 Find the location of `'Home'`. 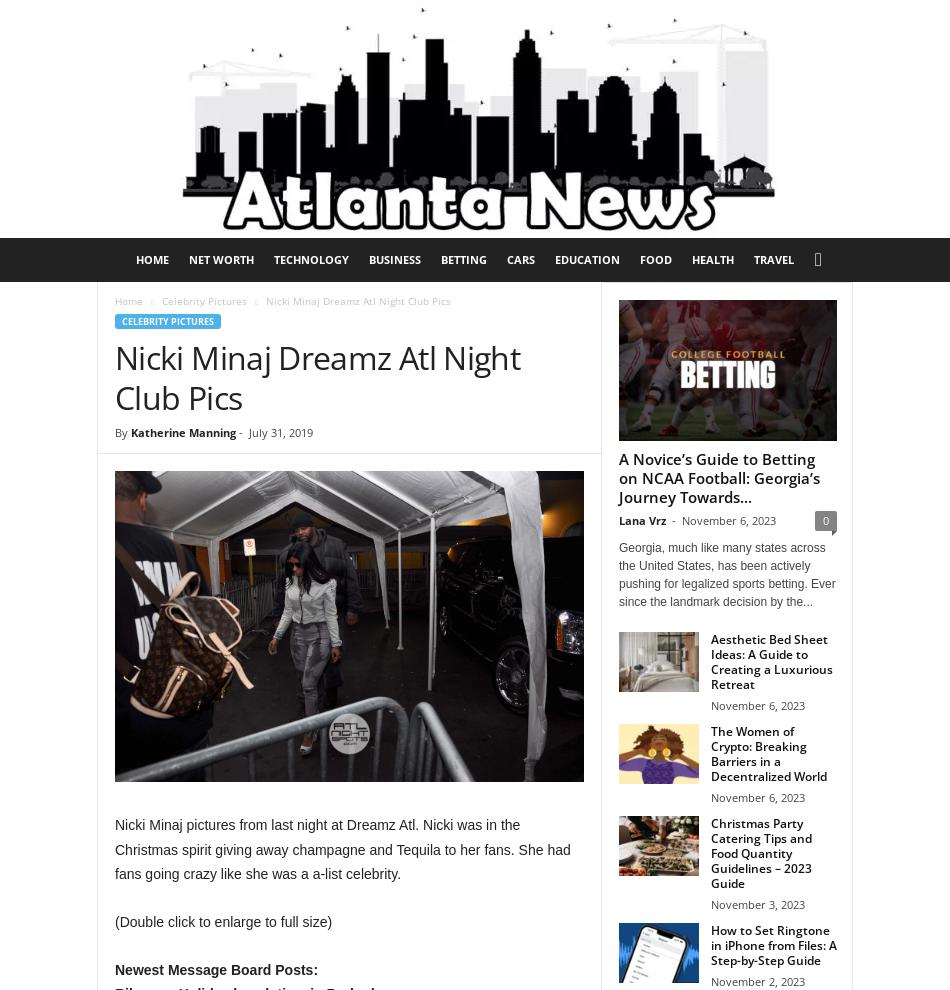

'Home' is located at coordinates (129, 299).